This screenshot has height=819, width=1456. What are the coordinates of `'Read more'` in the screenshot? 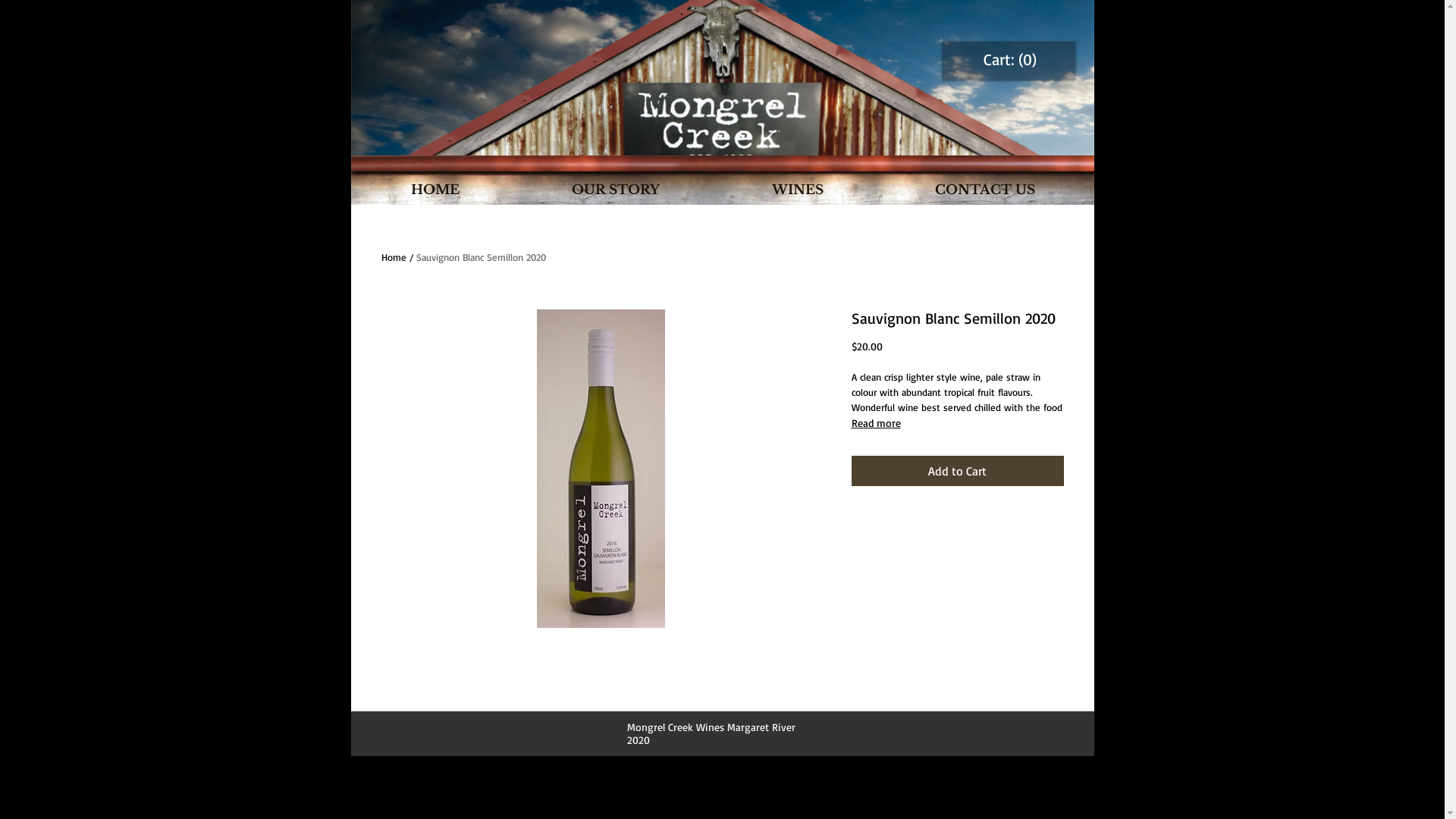 It's located at (956, 423).